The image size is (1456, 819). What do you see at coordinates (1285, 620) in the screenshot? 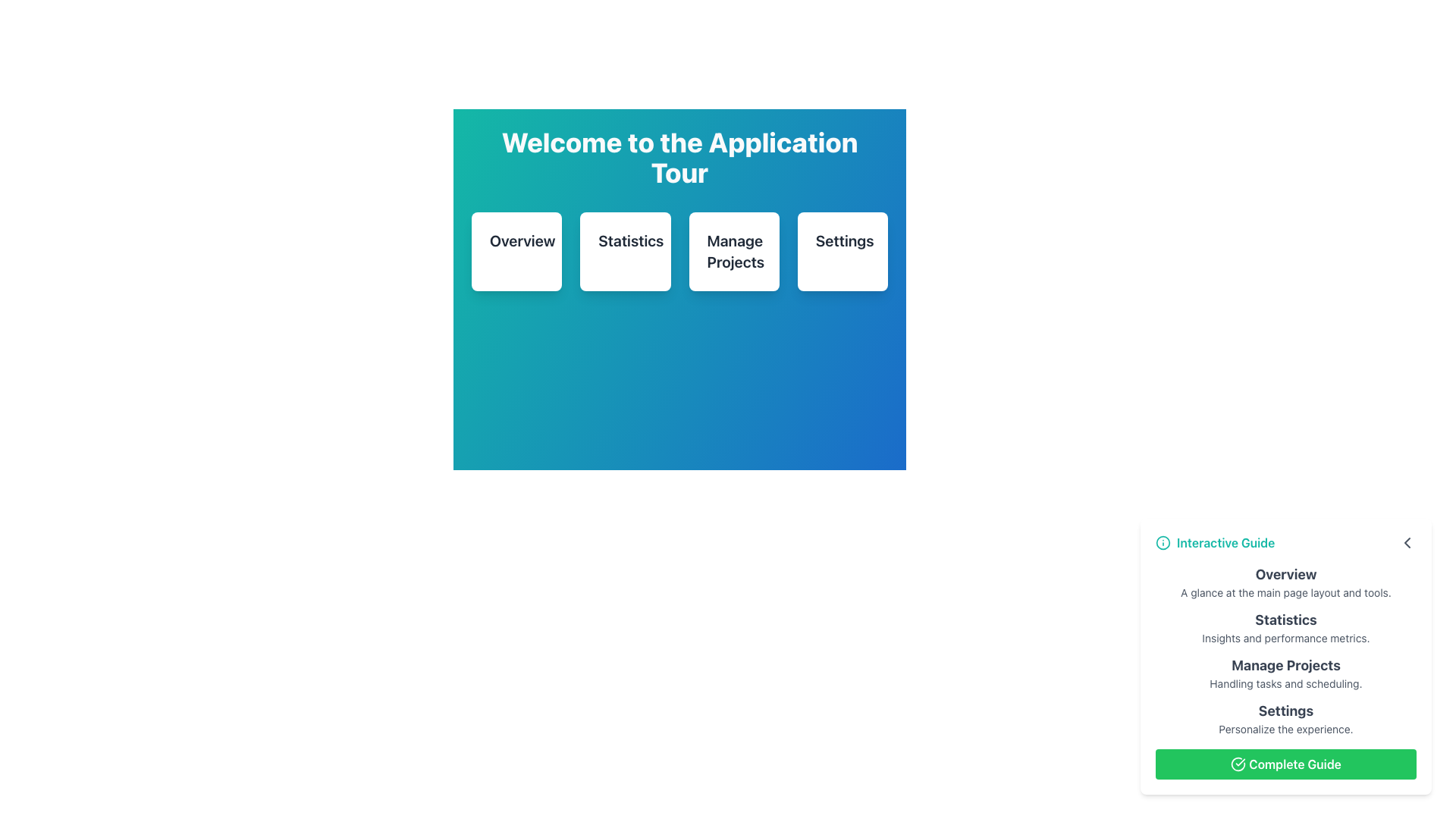
I see `the section header label that introduces 'Insights and performance metrics' in the right-hand sidebar` at bounding box center [1285, 620].